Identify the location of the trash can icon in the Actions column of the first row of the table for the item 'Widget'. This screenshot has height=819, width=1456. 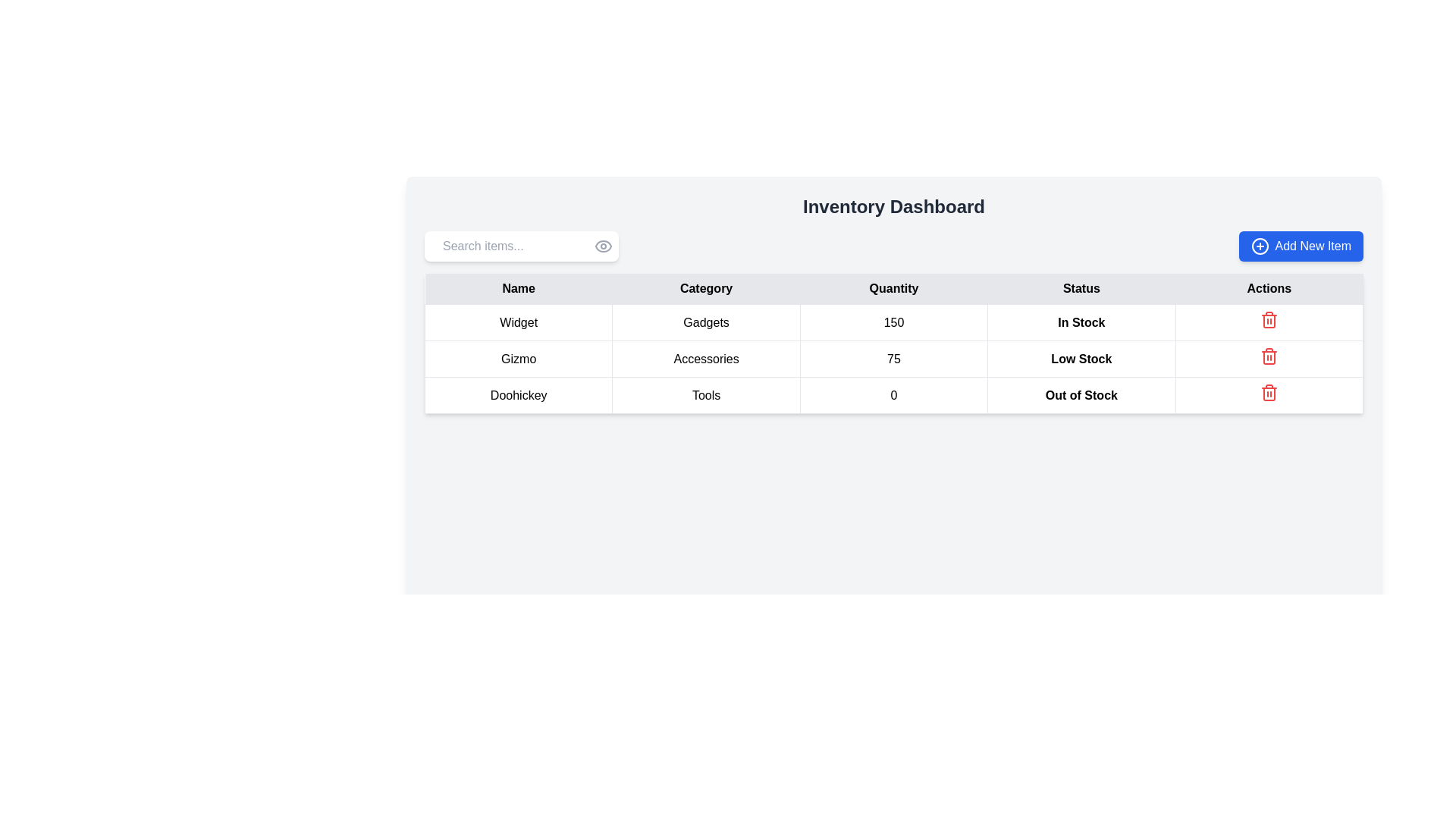
(1269, 322).